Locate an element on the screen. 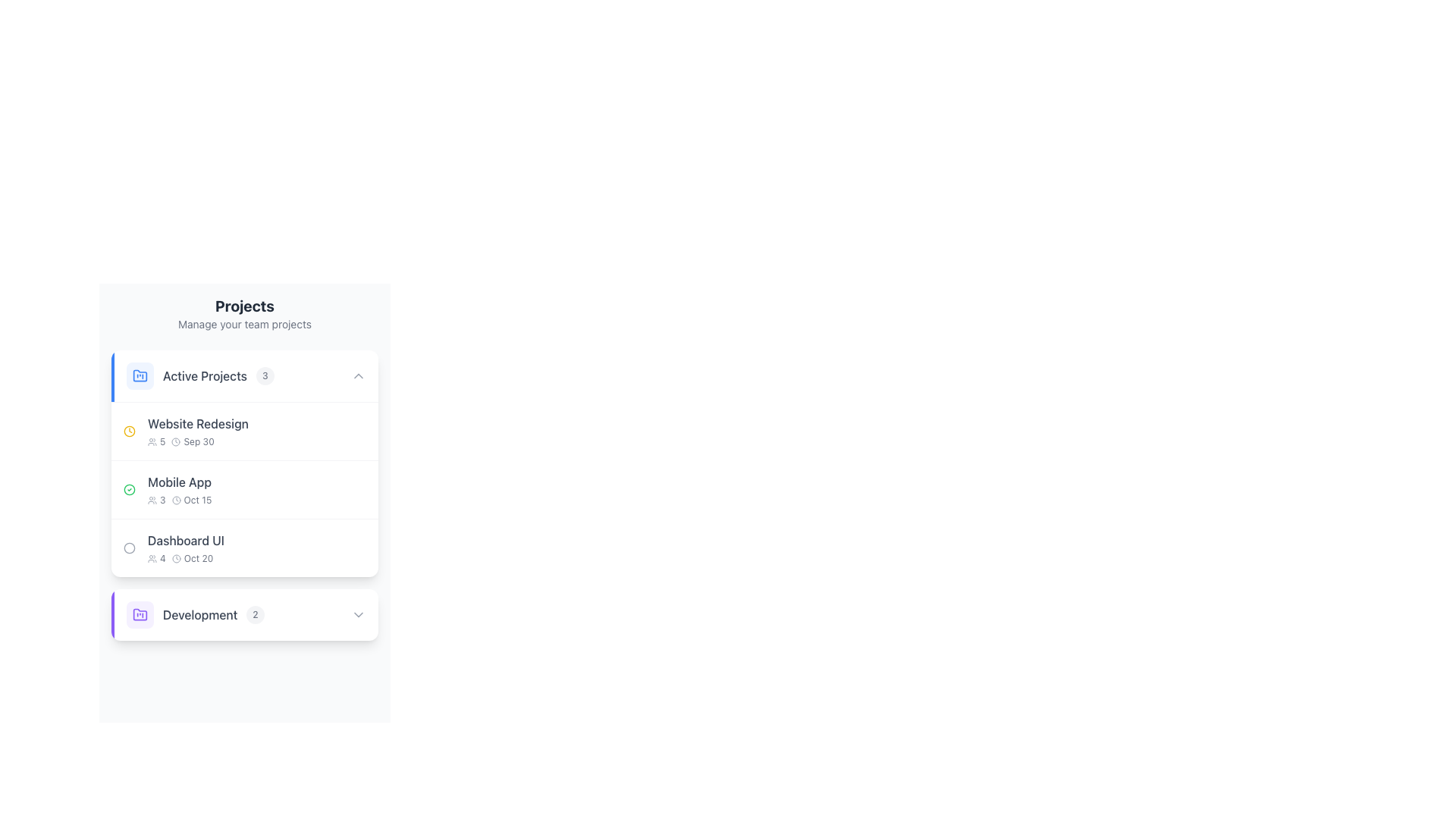 Image resolution: width=1456 pixels, height=819 pixels. the static text label displaying 'Oct 20', which is styled in gray and indicates secondary information, located near the clock icon in the 'Active Projects' section of the 'Dashboard UI' is located at coordinates (198, 558).